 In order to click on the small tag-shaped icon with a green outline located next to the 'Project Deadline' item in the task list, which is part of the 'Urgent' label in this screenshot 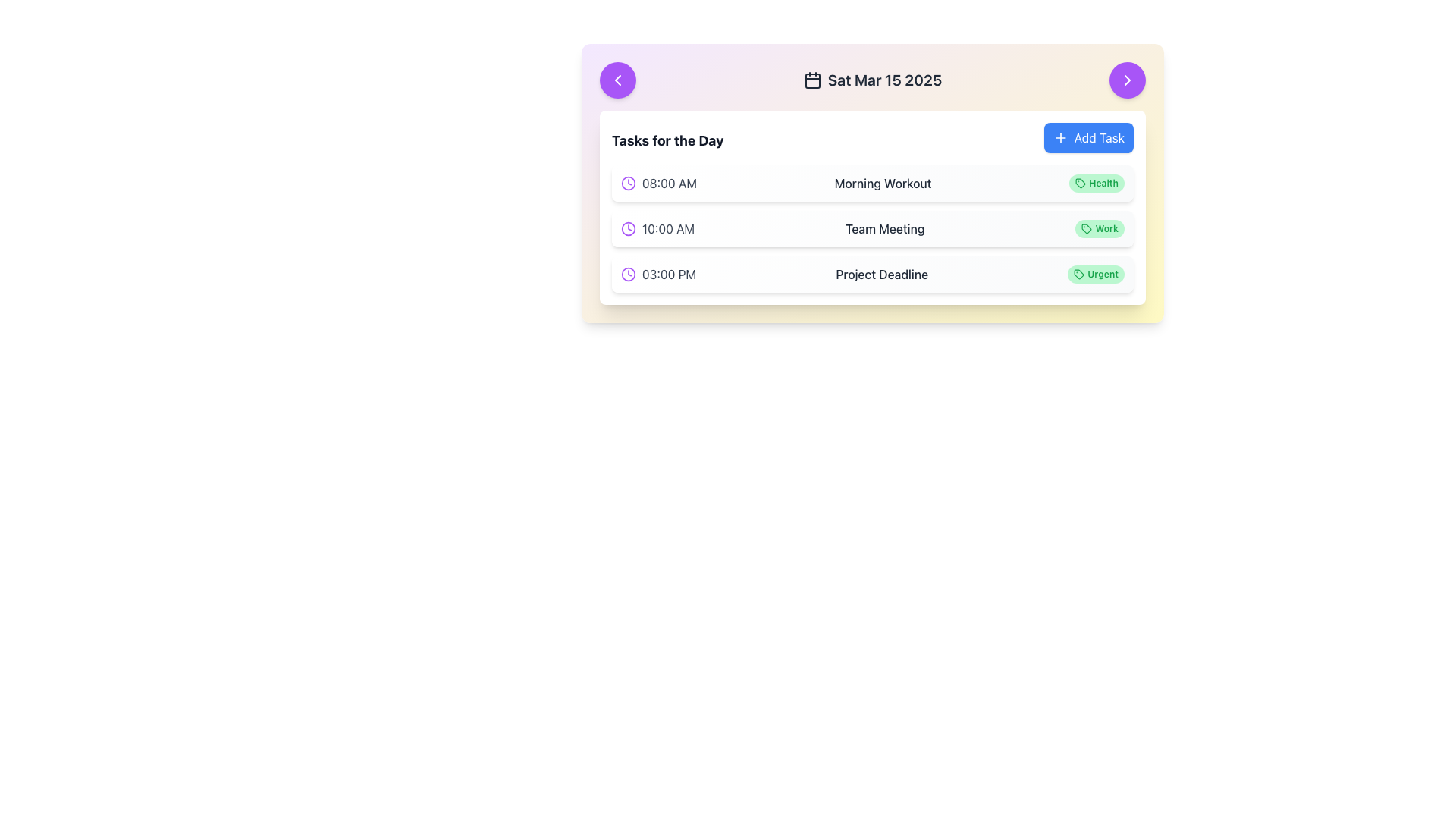, I will do `click(1078, 275)`.